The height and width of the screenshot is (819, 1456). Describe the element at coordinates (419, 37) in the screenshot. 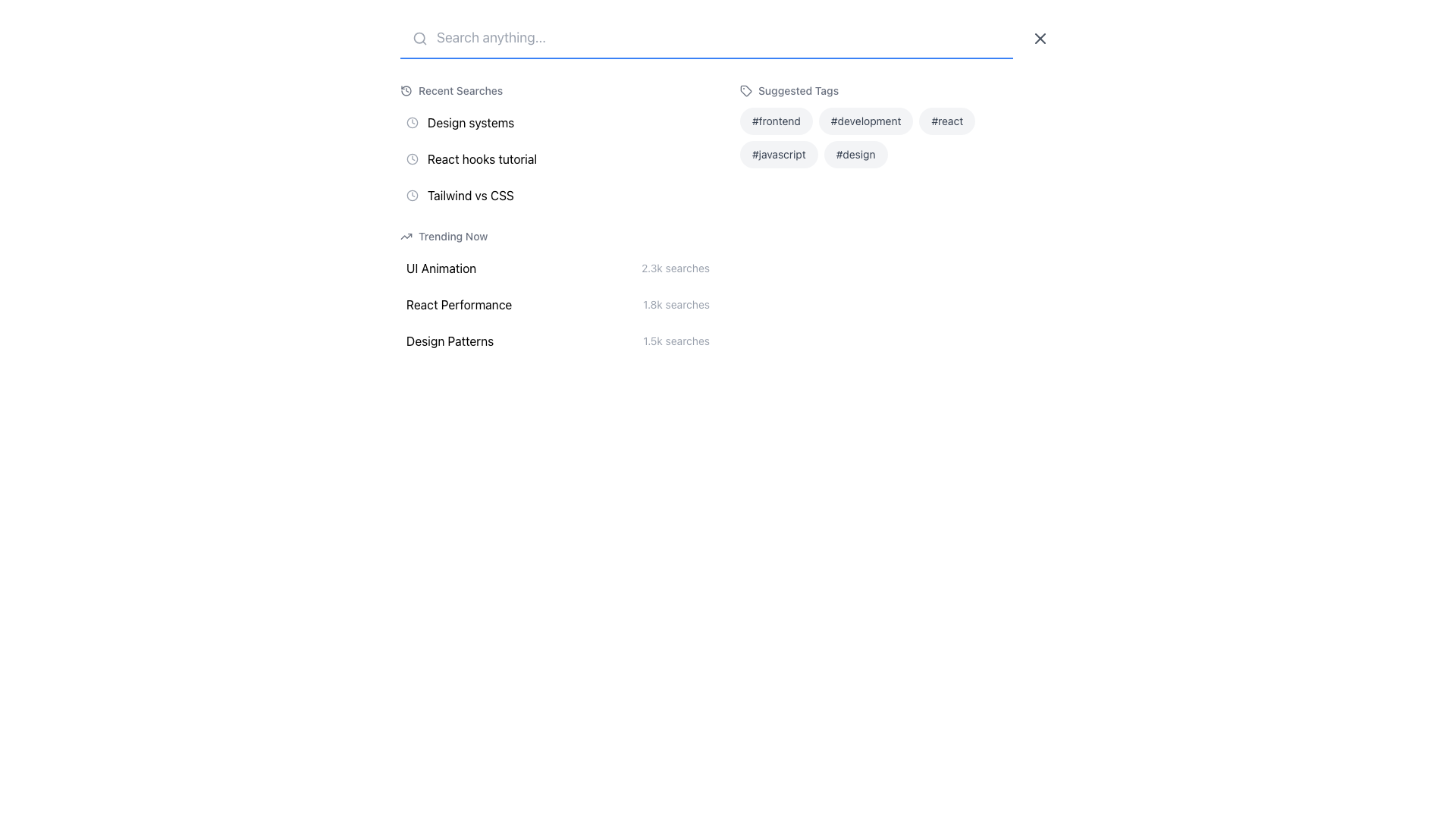

I see `the Search Icon, which is a small magnifying glass styled as a search indicator located at the left side of the search bar interface` at that location.